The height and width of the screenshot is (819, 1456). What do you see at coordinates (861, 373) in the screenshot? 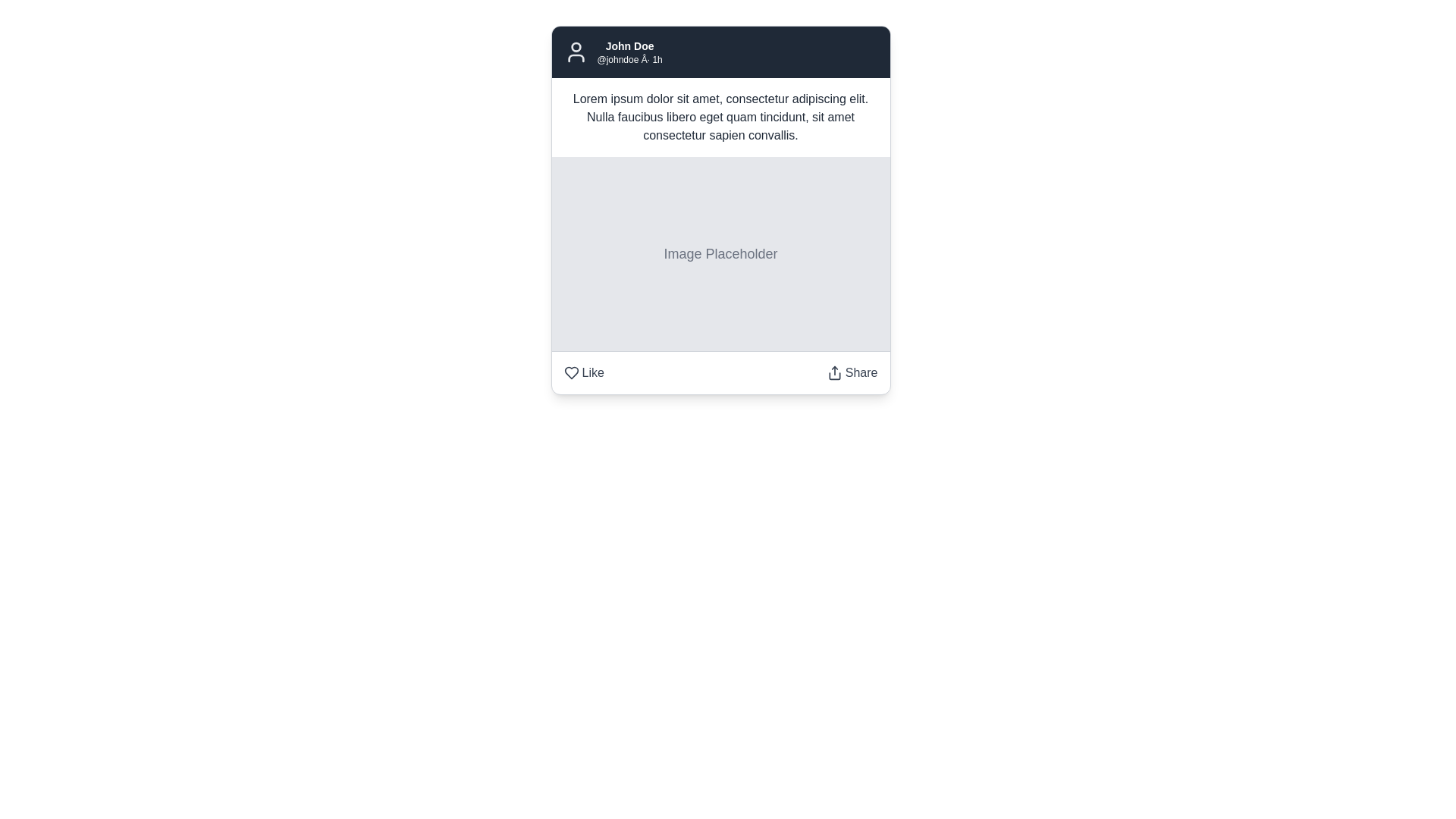
I see `the sharing text link located in the bottom-right corner of the content card, adjacent to the arrow icon` at bounding box center [861, 373].